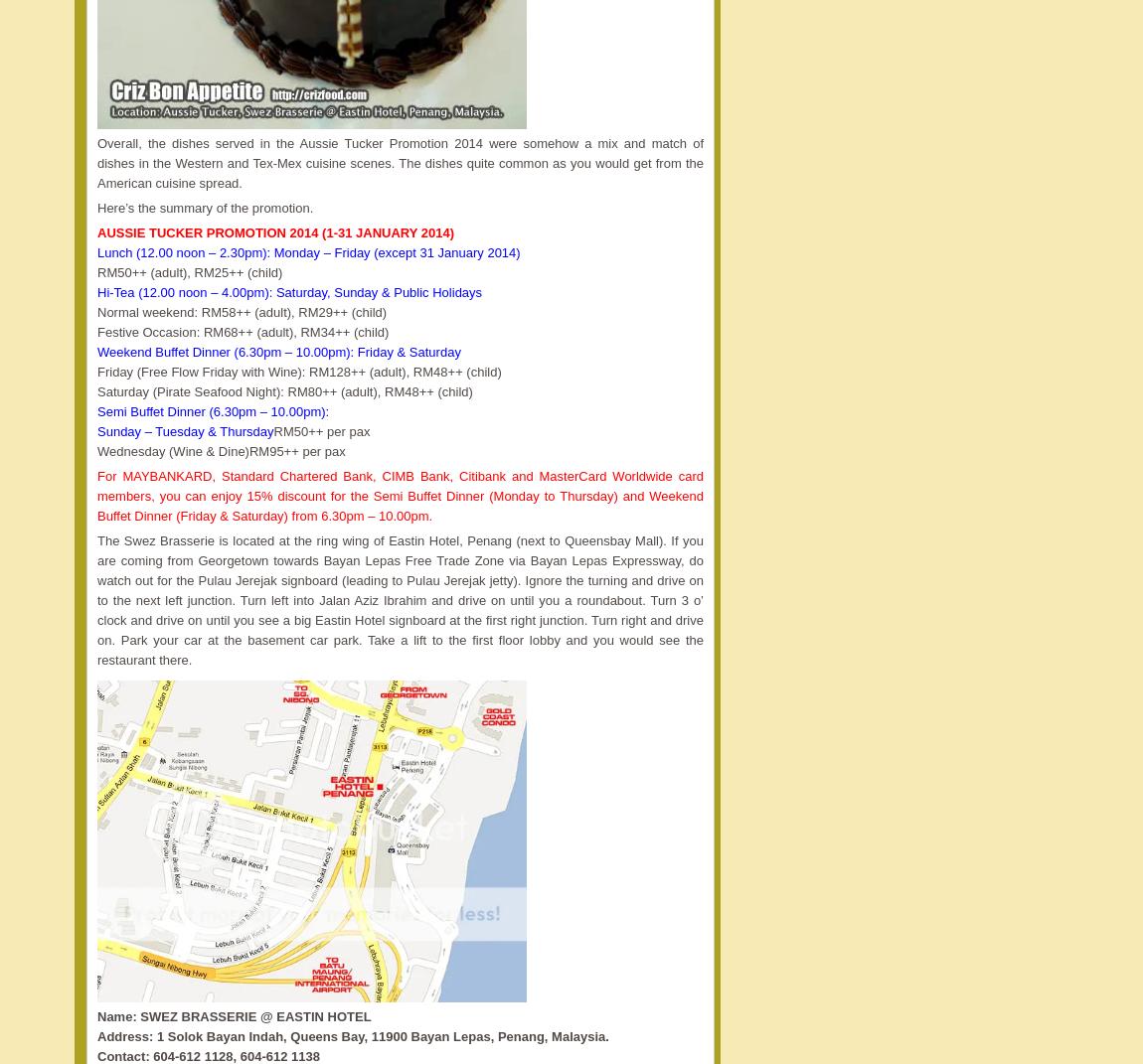 Image resolution: width=1143 pixels, height=1064 pixels. Describe the element at coordinates (308, 252) in the screenshot. I see `'Lunch (12.00 noon – 2.30pm): Monday – Friday (except 31 January 2014)'` at that location.